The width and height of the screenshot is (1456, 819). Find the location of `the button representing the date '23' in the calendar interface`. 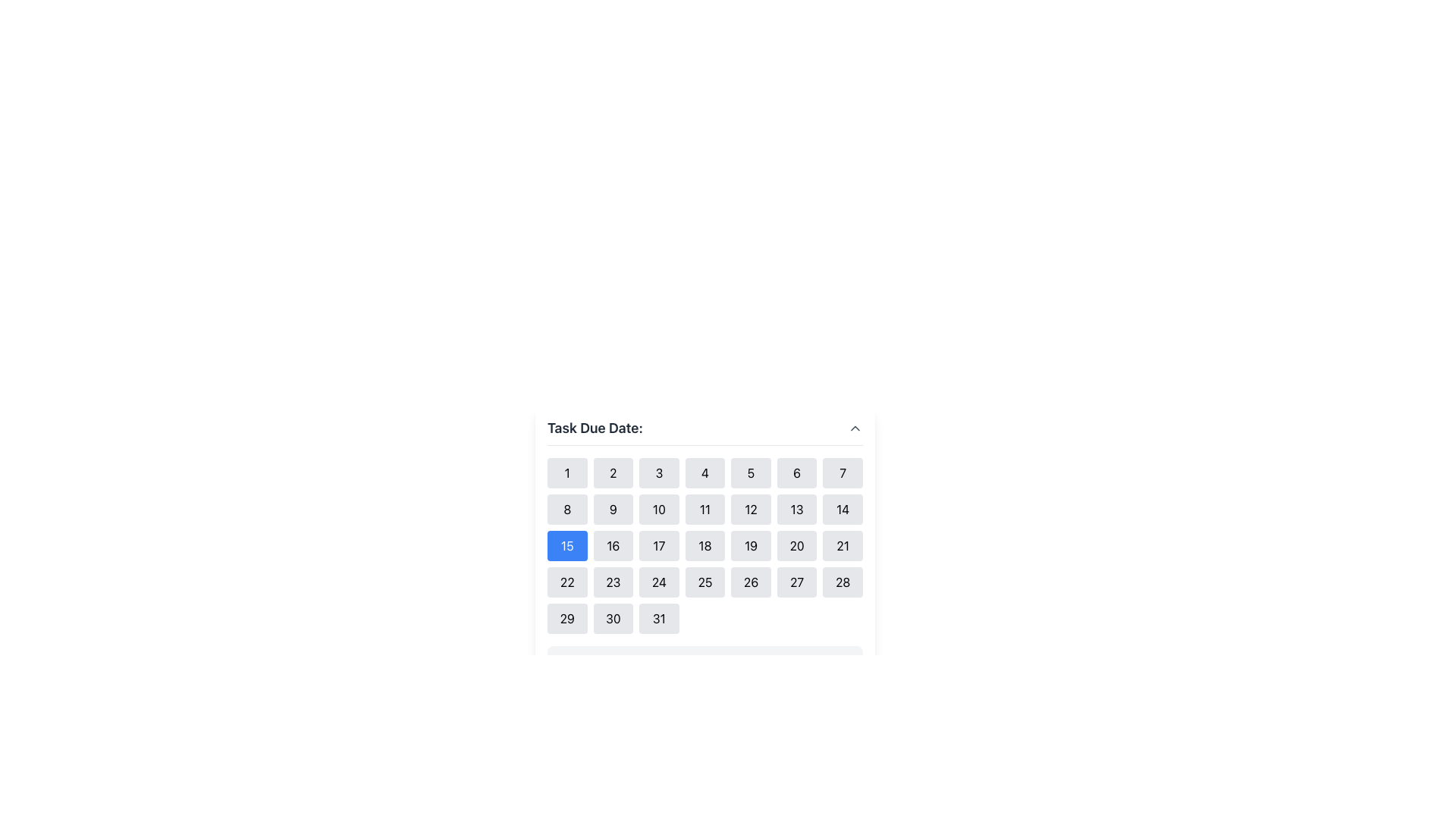

the button representing the date '23' in the calendar interface is located at coordinates (613, 581).